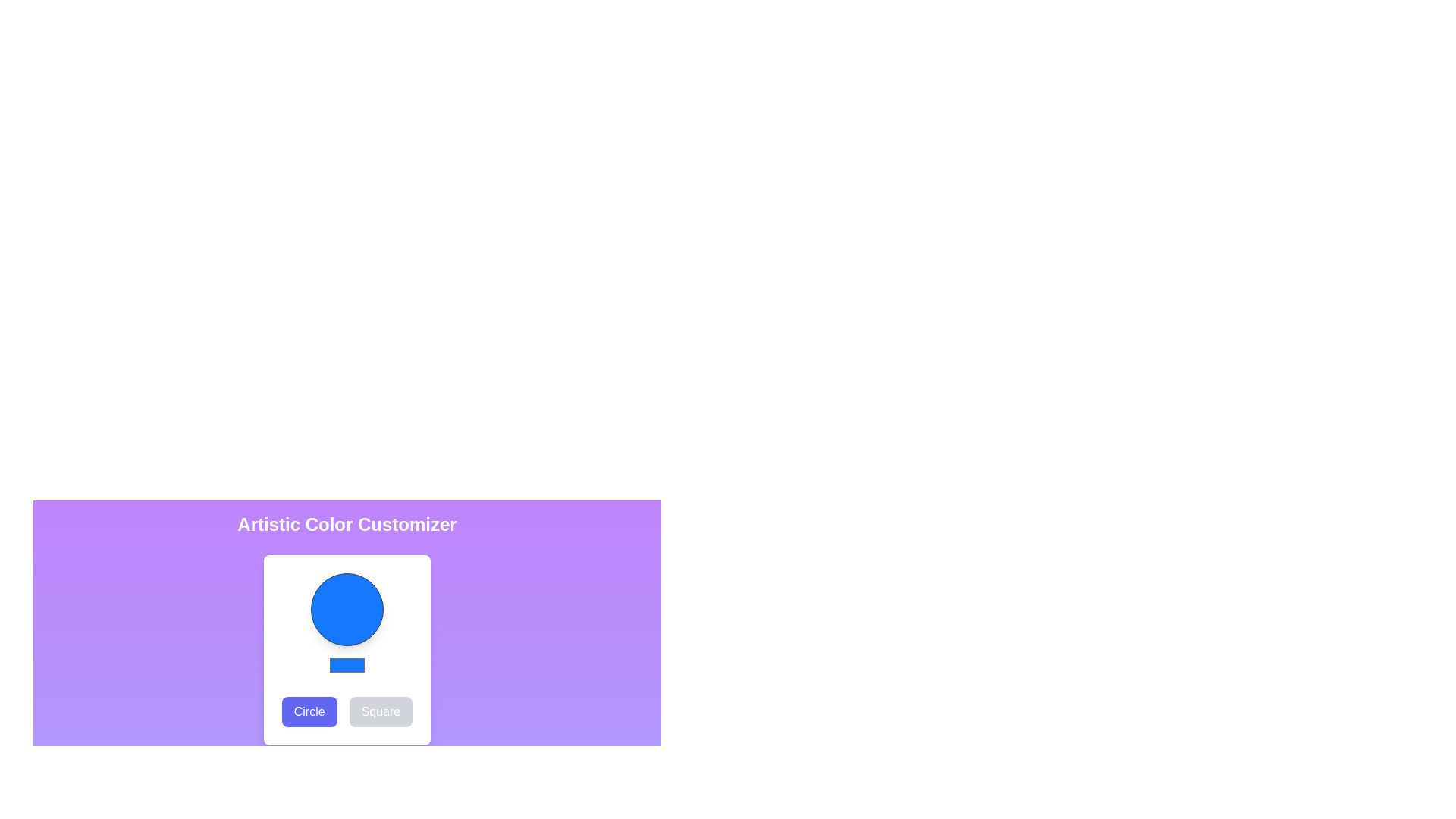 The image size is (1456, 819). I want to click on the centered text element displaying 'Artistic Color Customizer' which is styled with a bold white font on a gradient purple background, so click(346, 523).